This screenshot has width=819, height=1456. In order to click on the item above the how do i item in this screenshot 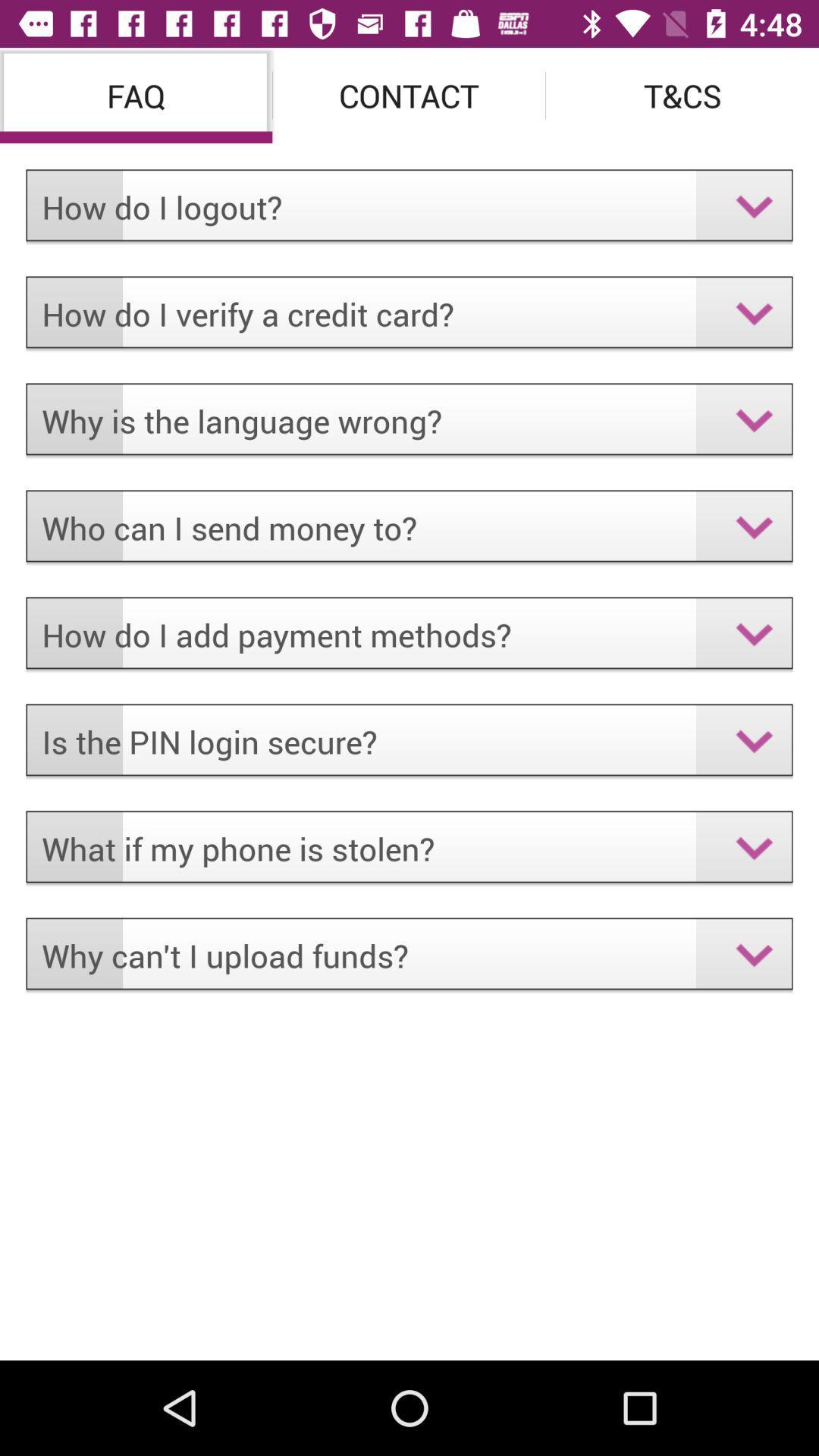, I will do `click(408, 94)`.